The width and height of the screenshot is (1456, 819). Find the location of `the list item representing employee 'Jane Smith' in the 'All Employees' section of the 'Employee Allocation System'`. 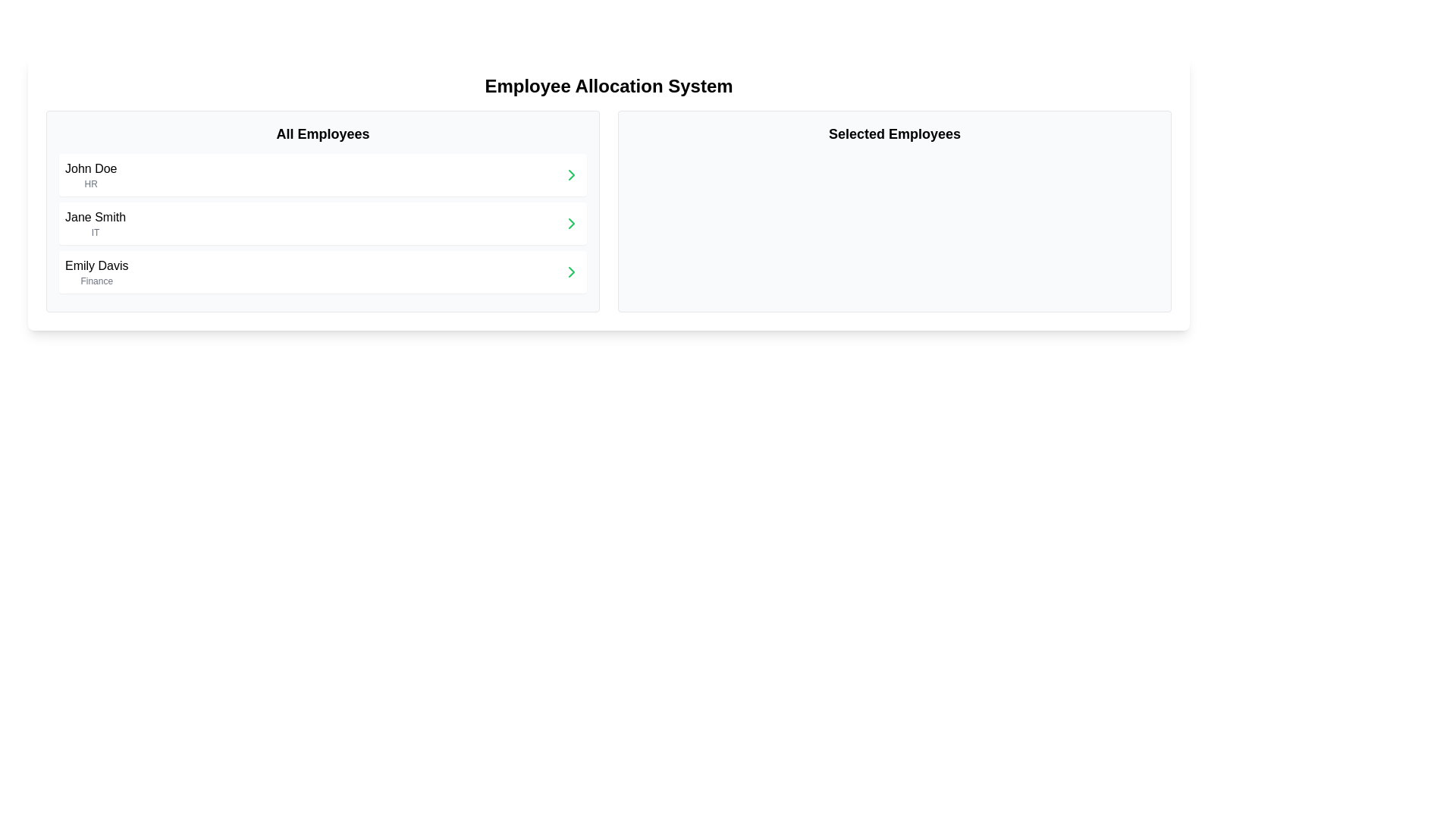

the list item representing employee 'Jane Smith' in the 'All Employees' section of the 'Employee Allocation System' is located at coordinates (322, 223).